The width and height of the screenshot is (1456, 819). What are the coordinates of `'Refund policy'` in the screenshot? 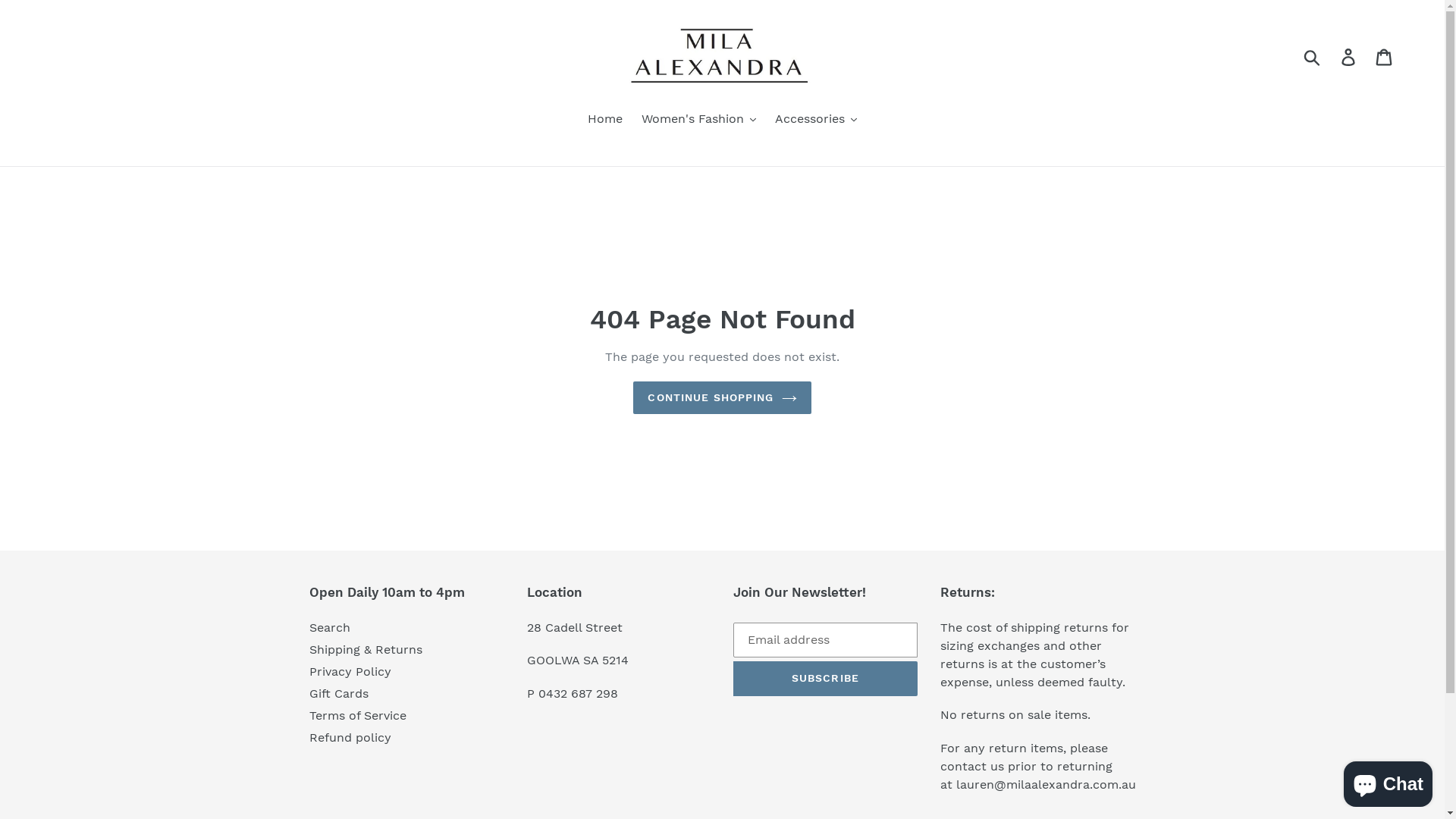 It's located at (349, 736).